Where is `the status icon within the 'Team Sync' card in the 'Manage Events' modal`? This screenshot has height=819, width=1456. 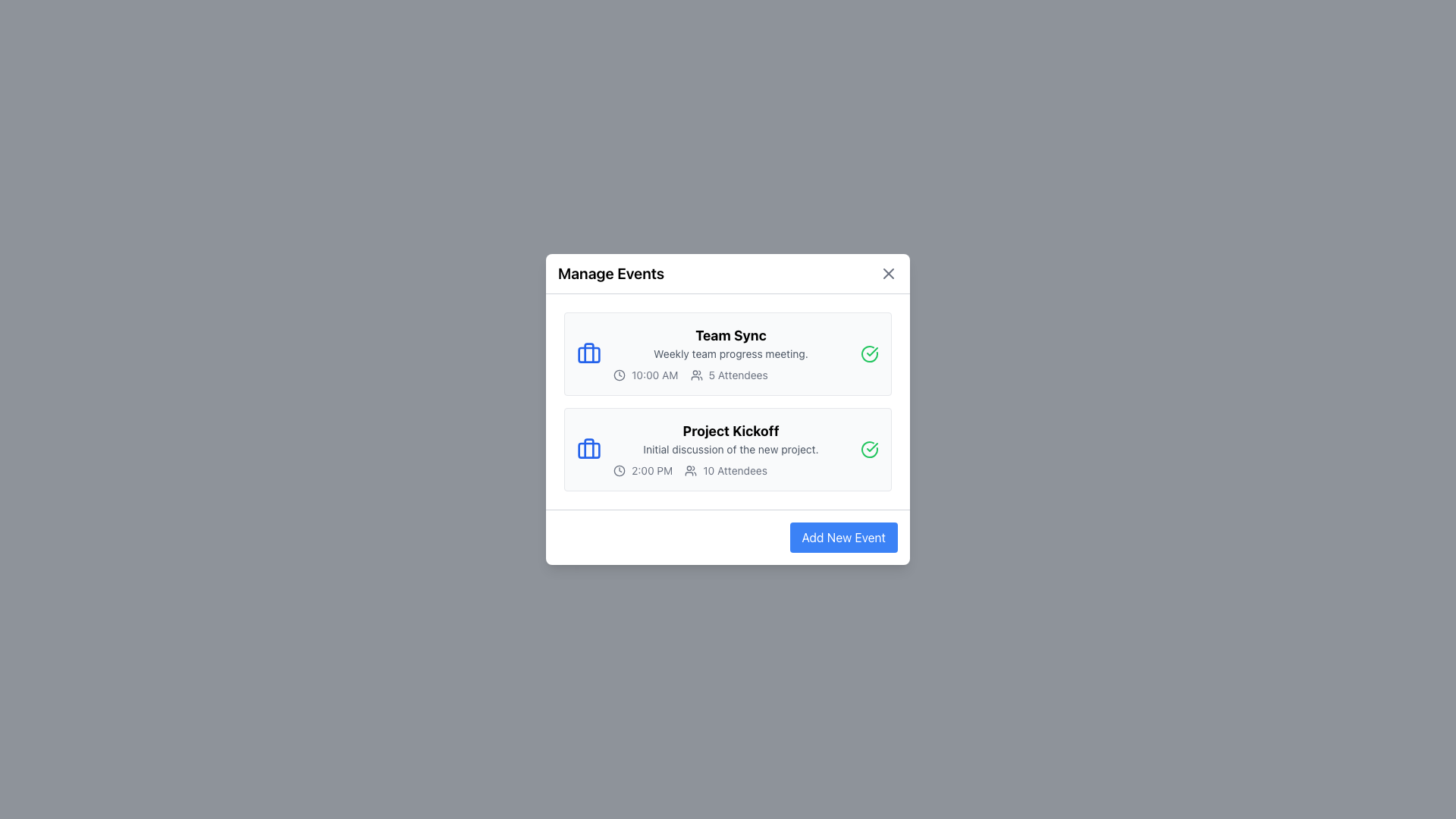
the status icon within the 'Team Sync' card in the 'Manage Events' modal is located at coordinates (870, 353).